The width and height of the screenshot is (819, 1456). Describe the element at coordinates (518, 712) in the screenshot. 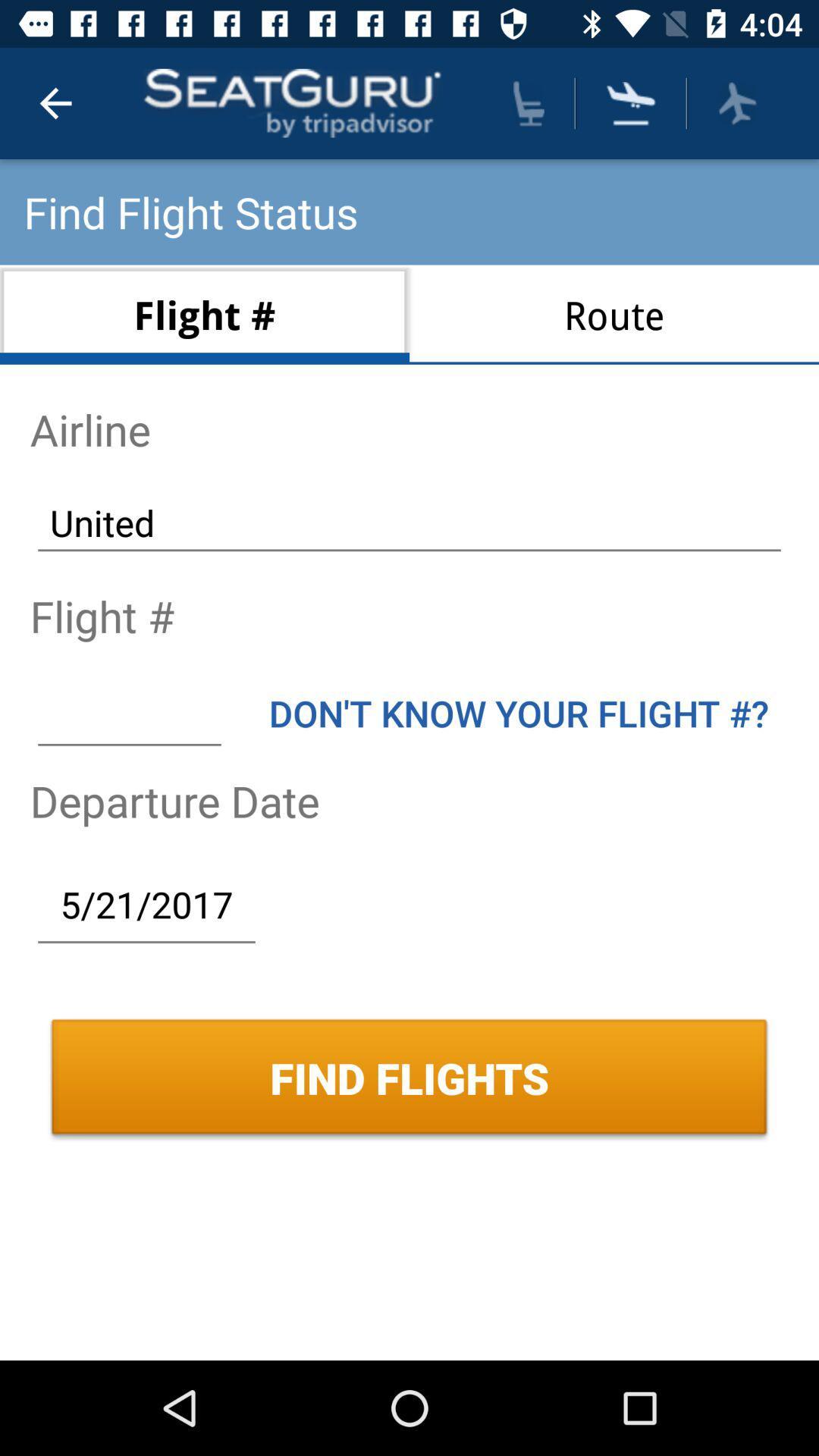

I see `item below united item` at that location.